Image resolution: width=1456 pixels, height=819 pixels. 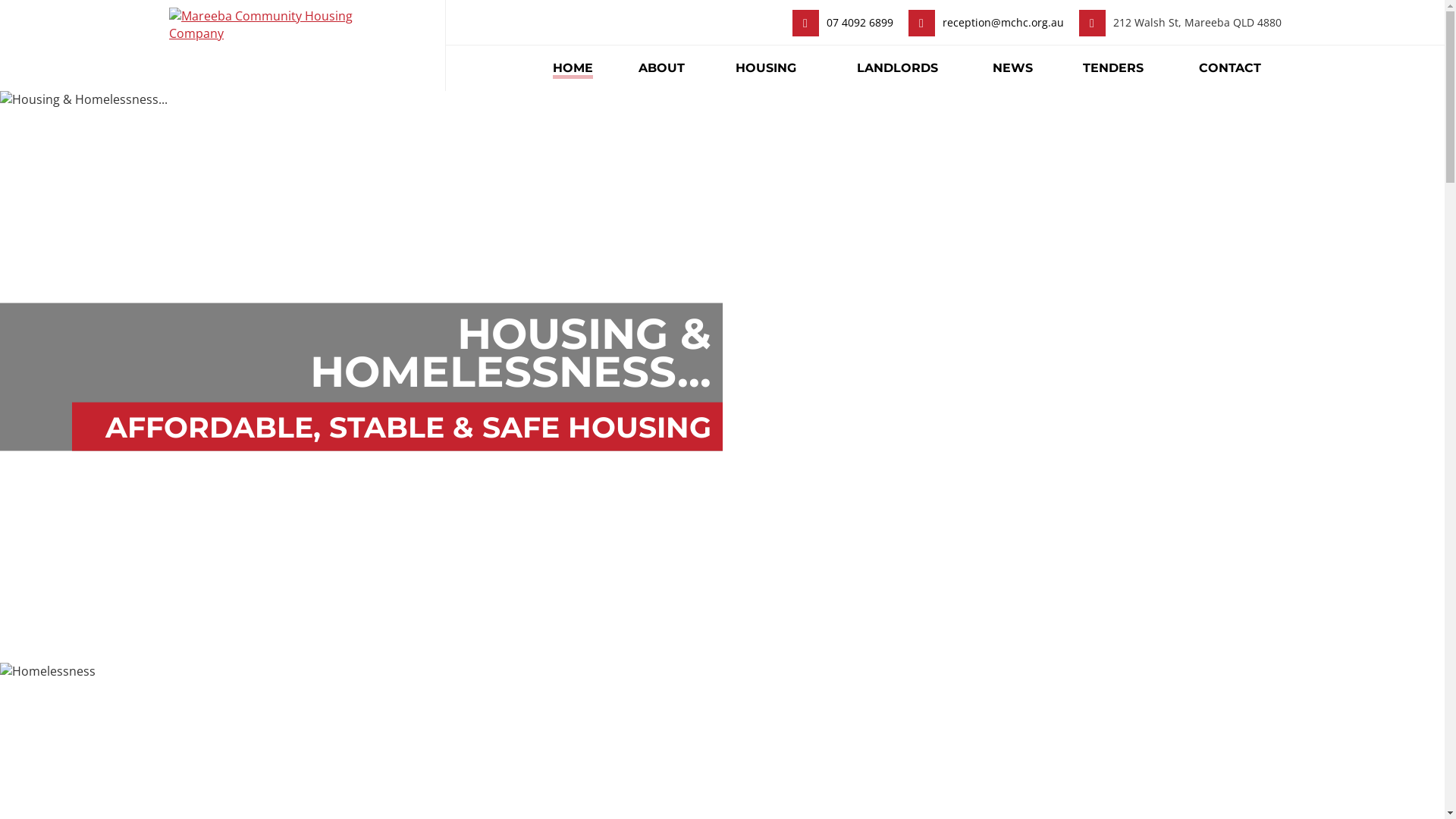 What do you see at coordinates (859, 22) in the screenshot?
I see `'07 4092 6899'` at bounding box center [859, 22].